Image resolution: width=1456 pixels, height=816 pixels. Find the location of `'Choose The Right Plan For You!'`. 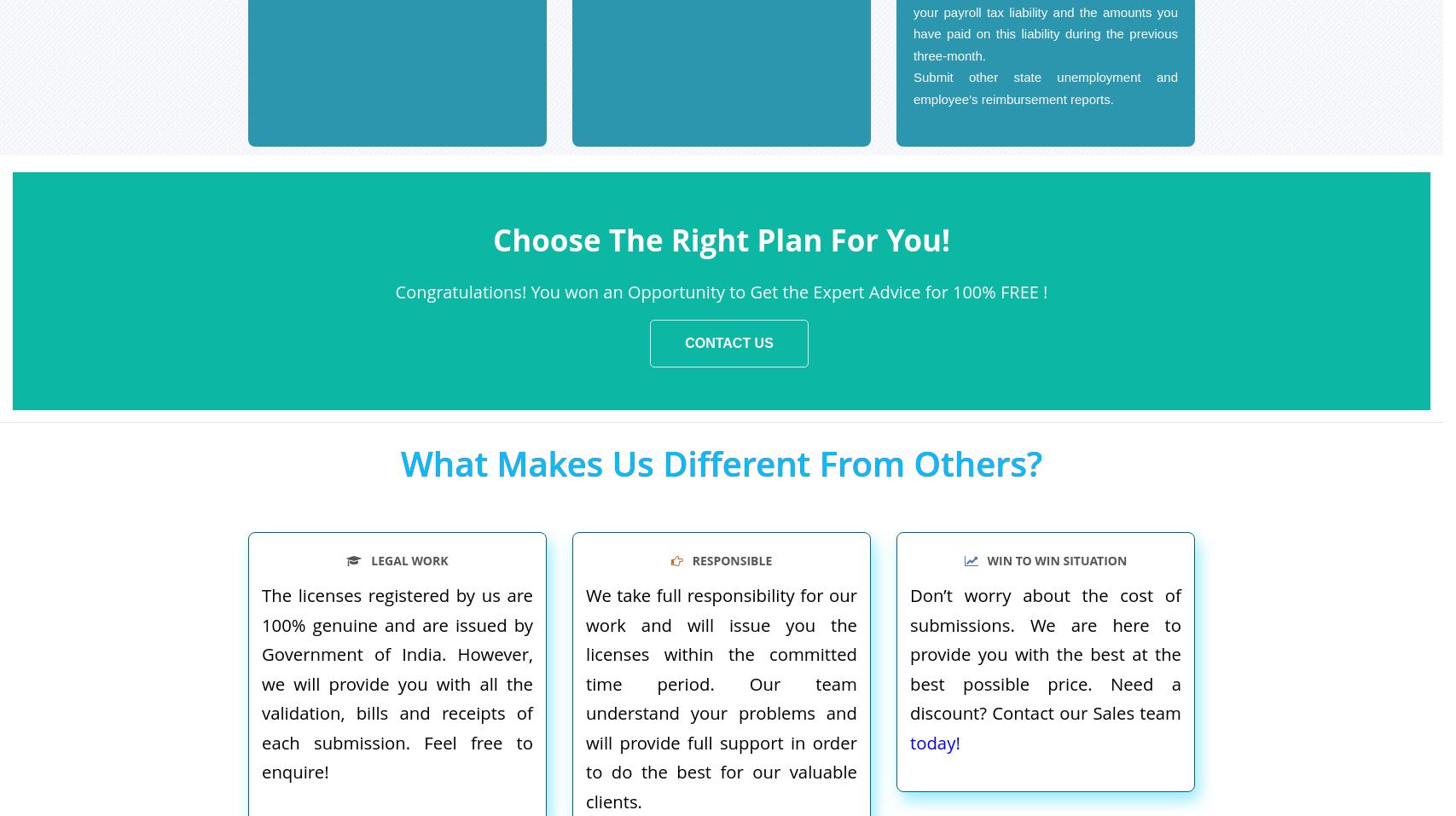

'Choose The Right Plan For You!' is located at coordinates (721, 238).